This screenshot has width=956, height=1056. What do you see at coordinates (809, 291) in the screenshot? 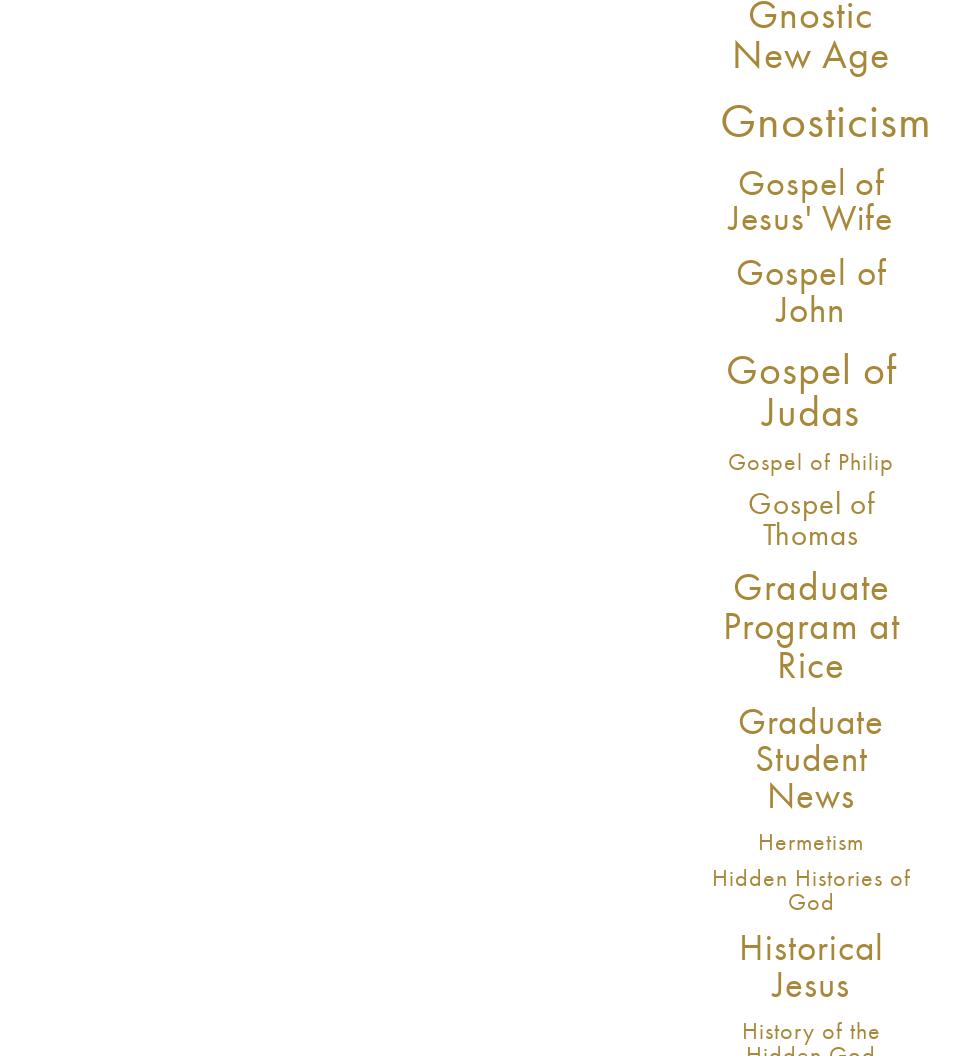
I see `'Gospel of John'` at bounding box center [809, 291].